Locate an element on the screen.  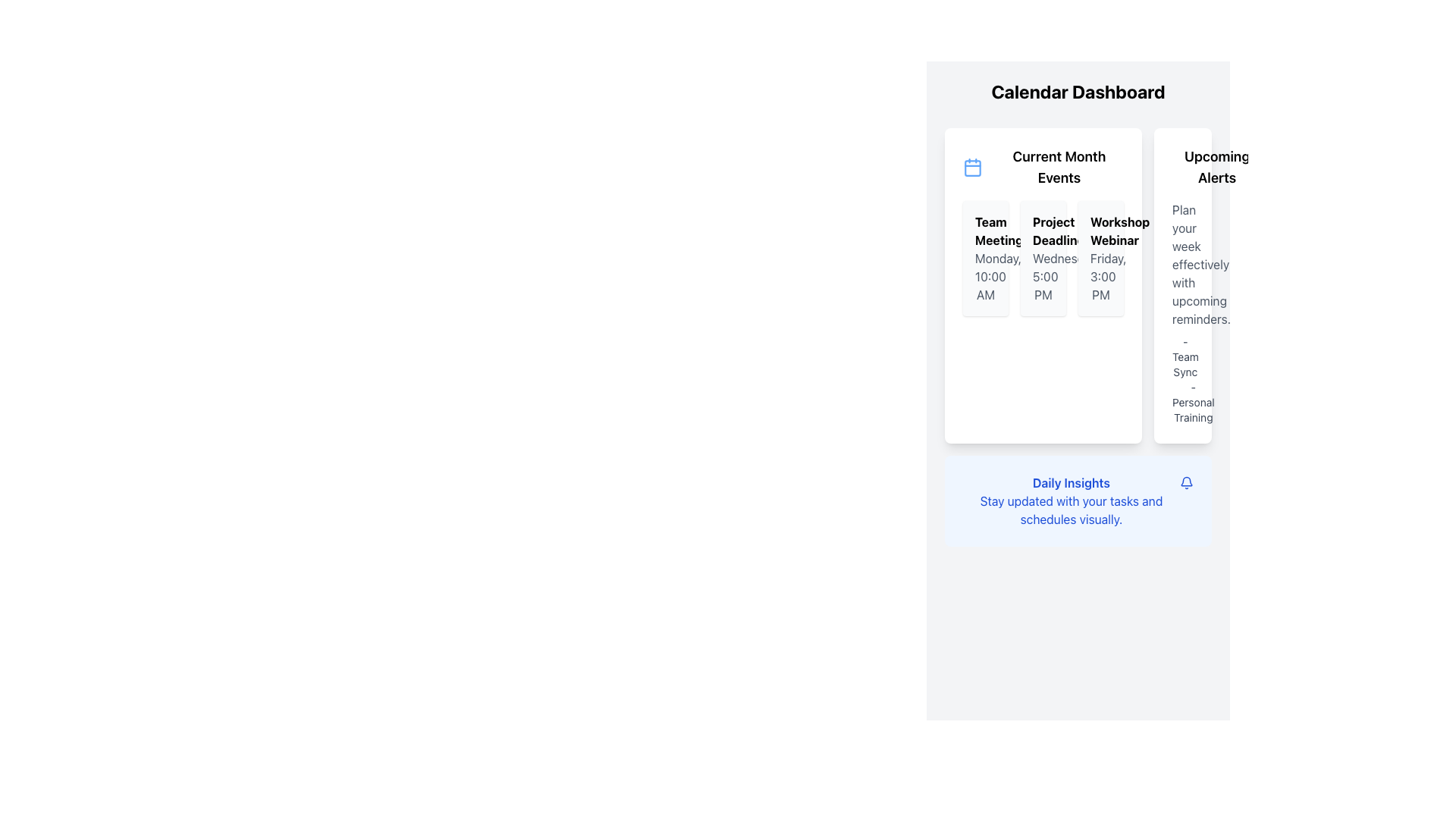
heading text 'Current Month Events' displayed prominently in bold font, located near the top-middle portion of the card-like section, immediately to the right of the calendar icon is located at coordinates (1058, 167).